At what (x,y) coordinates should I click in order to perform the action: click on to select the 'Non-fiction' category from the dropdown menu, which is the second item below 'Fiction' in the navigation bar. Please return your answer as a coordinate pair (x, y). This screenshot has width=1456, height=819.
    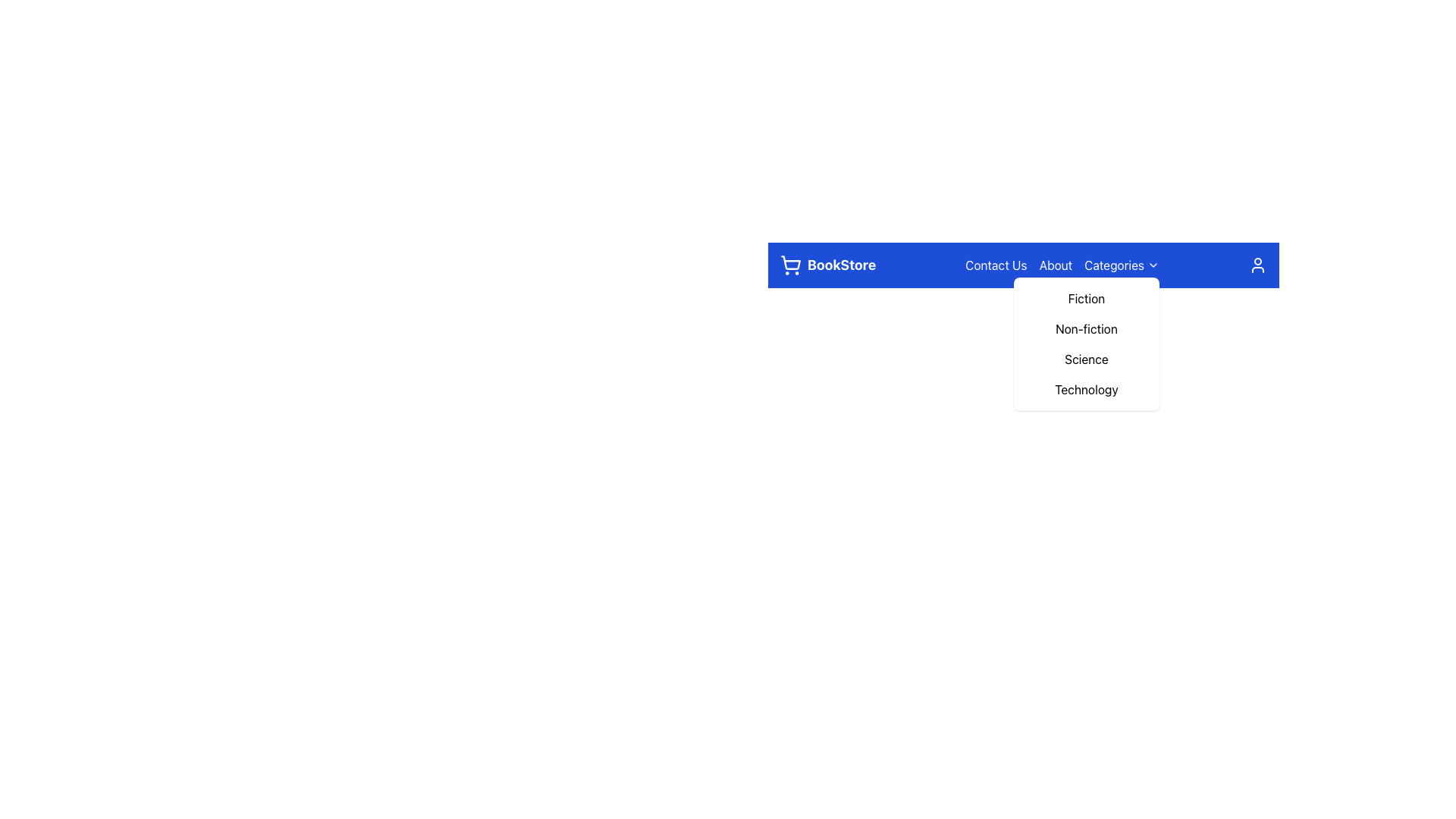
    Looking at the image, I should click on (1085, 328).